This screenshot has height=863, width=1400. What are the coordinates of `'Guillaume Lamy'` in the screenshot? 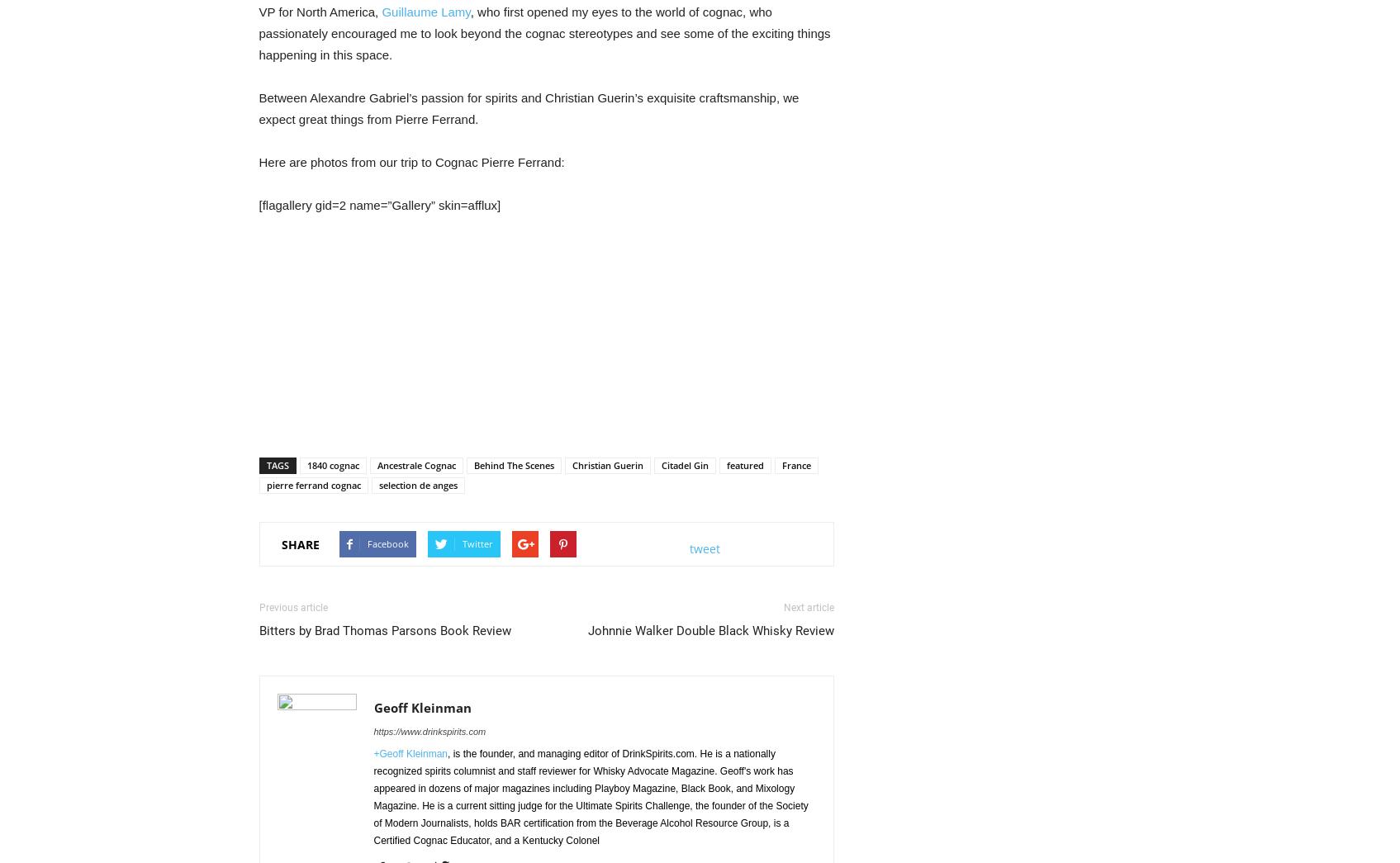 It's located at (381, 11).